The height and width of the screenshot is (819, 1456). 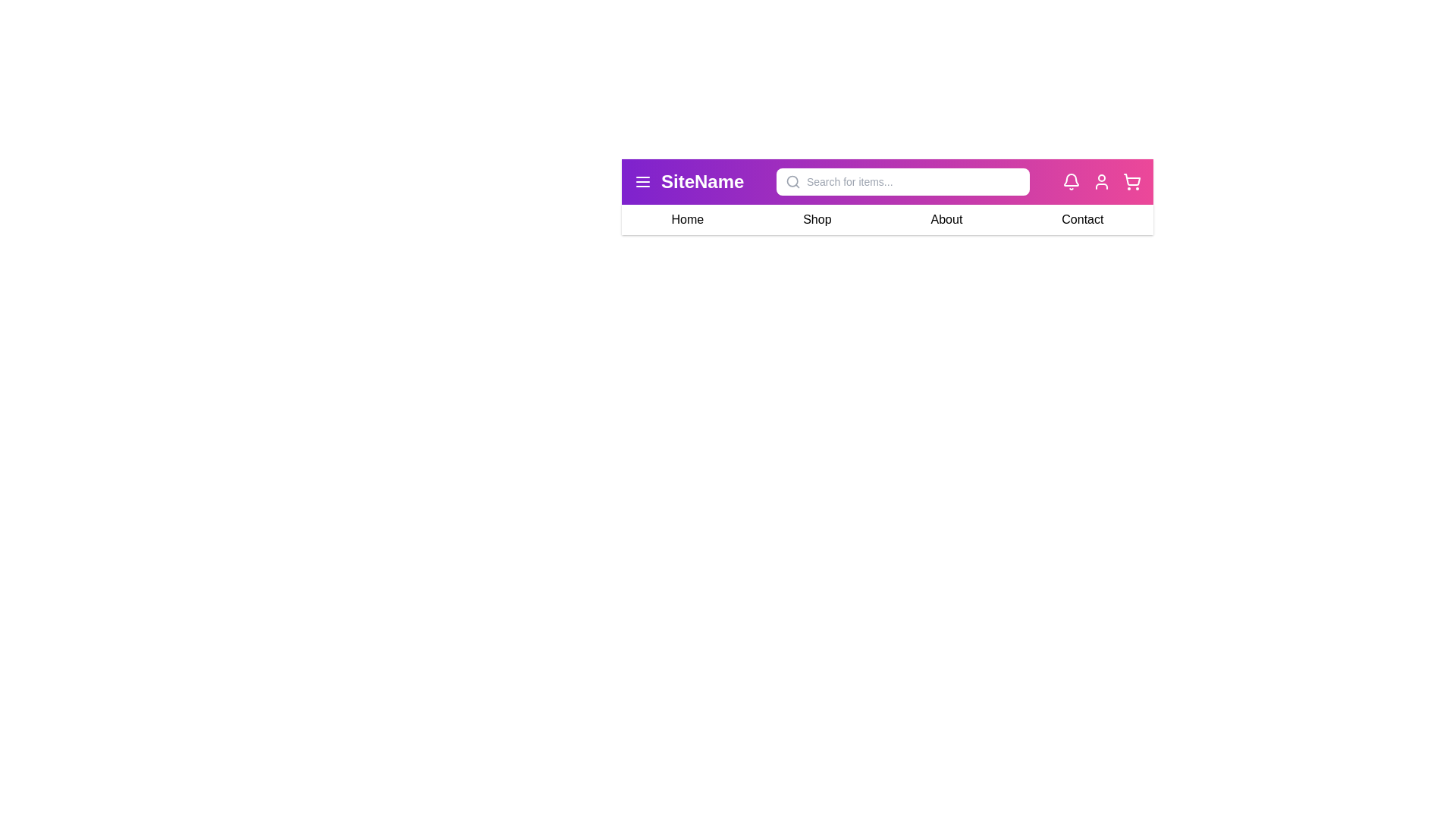 I want to click on the navigation menu item labeled About, so click(x=946, y=219).